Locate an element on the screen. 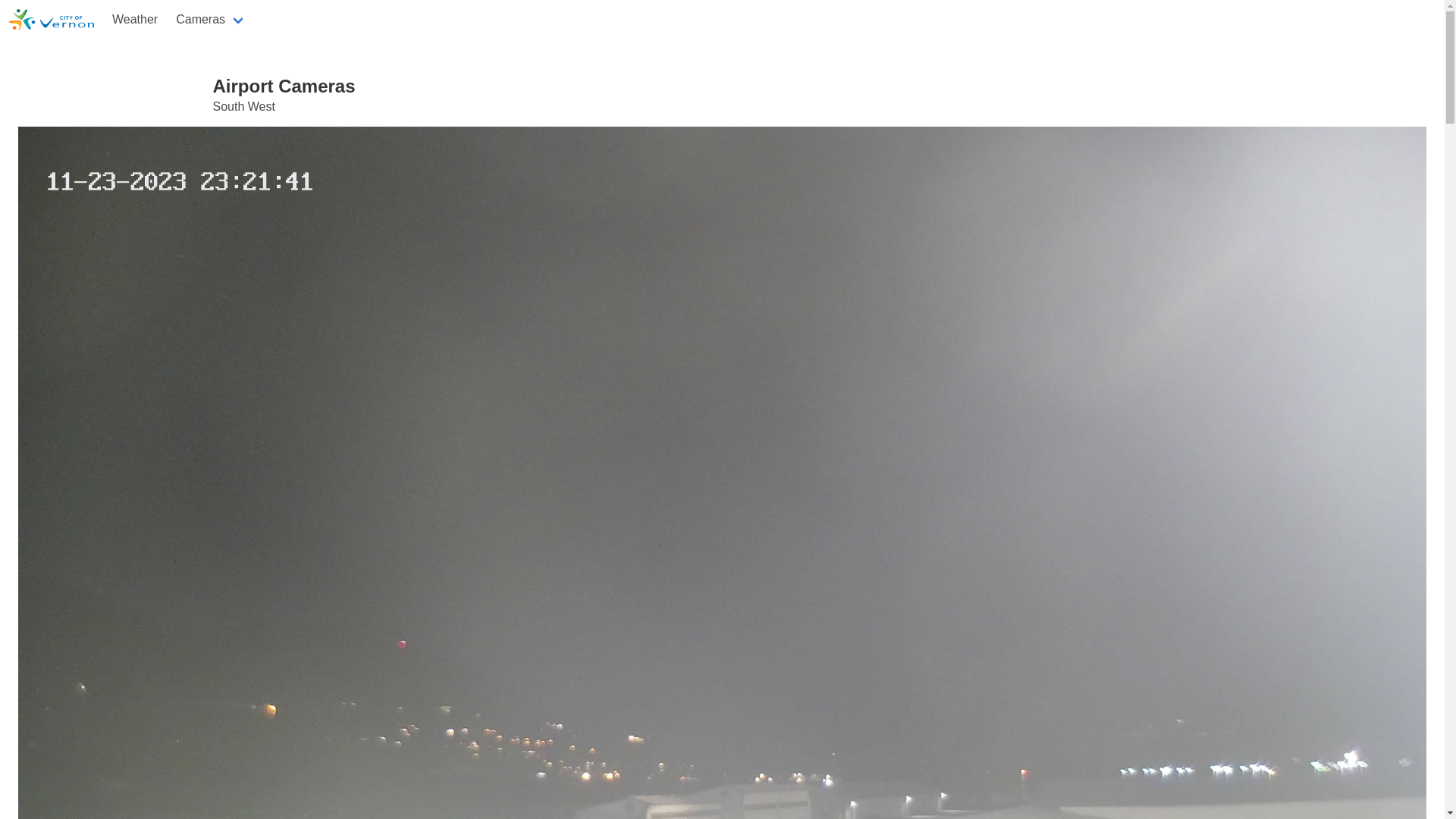 The image size is (1456, 819). 'Cameras' is located at coordinates (210, 20).